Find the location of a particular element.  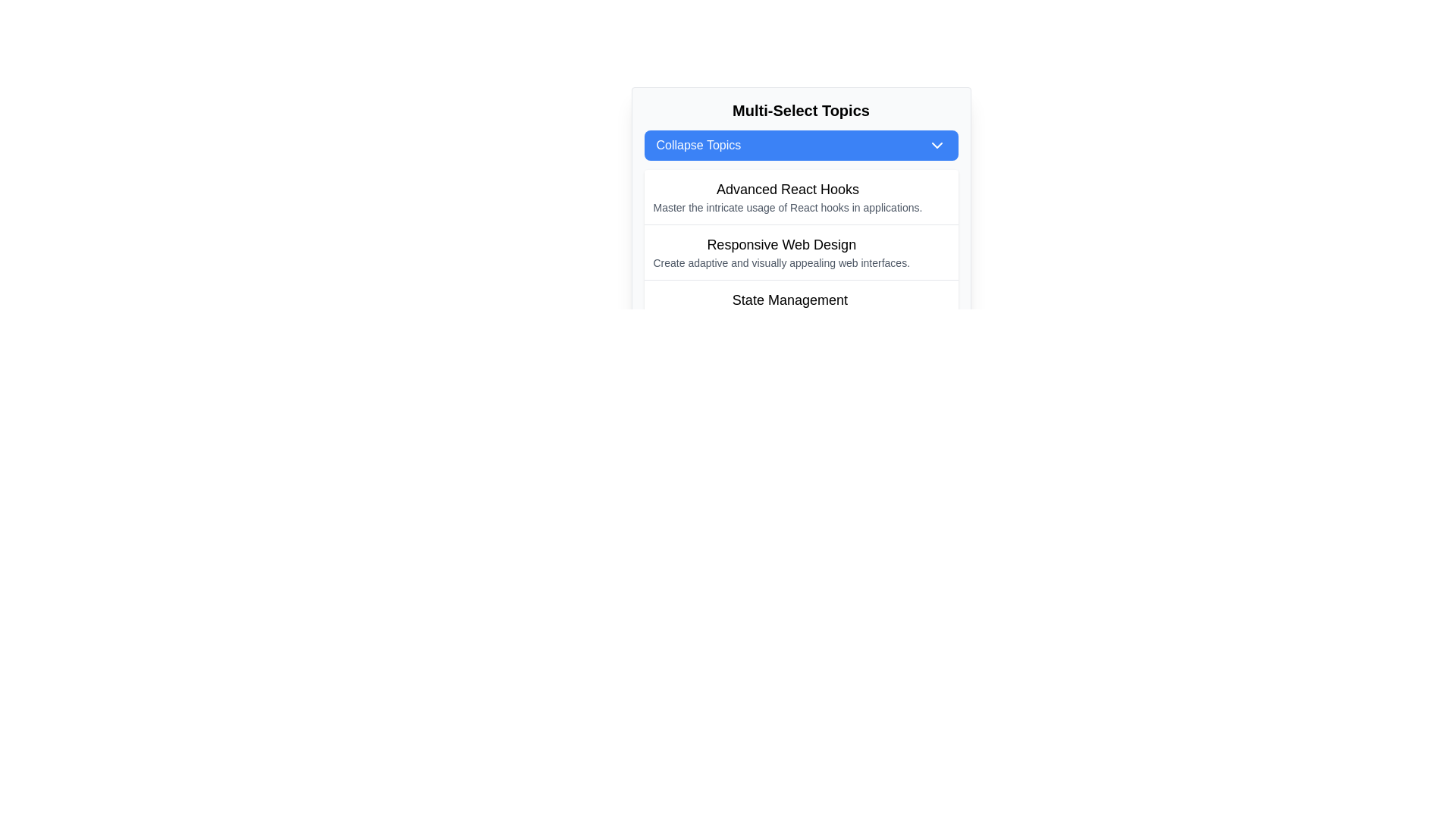

the Text Block that describes 'Responsive Web Design', which is the second item in a vertical list of topics, positioned beneath 'Advanced React Hooks' and above 'State Management' is located at coordinates (781, 251).